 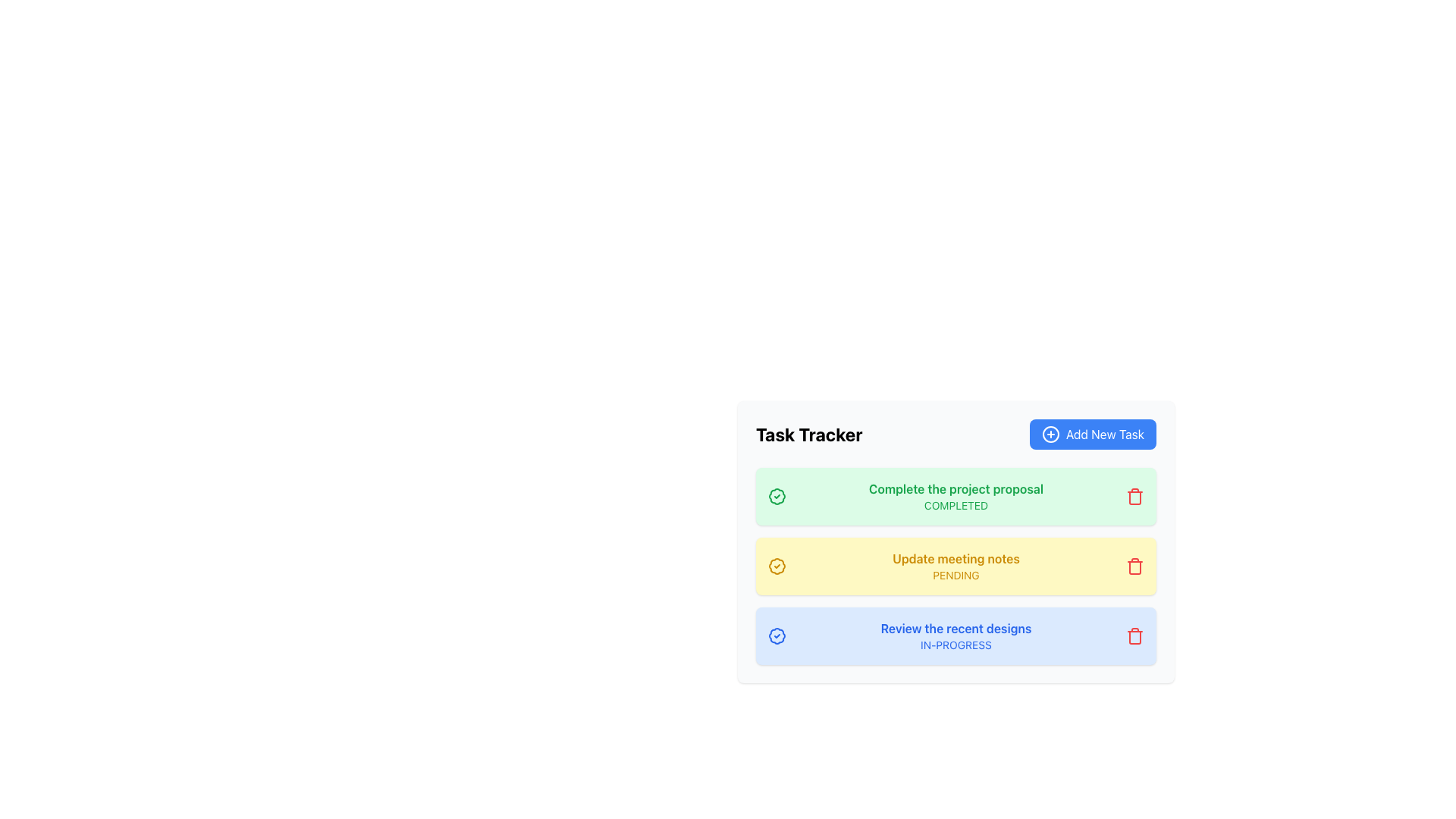 I want to click on the Text Label that displays the title and status of a task, which indicates the task is 'COMPLETED' and is located in the first task card of the vertical task list under 'Task Tracker', so click(x=955, y=497).